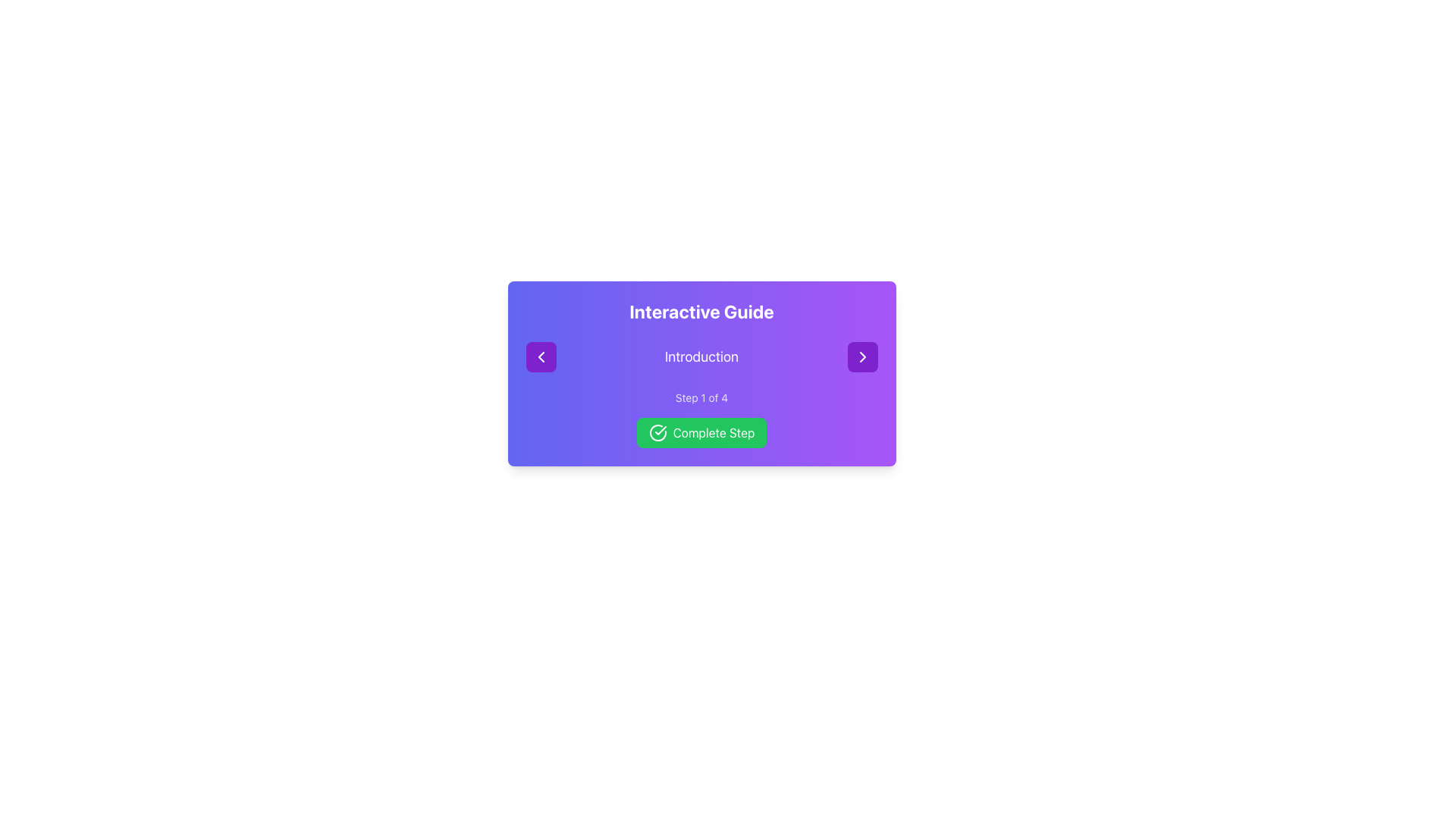  What do you see at coordinates (862, 356) in the screenshot?
I see `the right navigation arrow within the button-like structure located in the top-right section of the purple card interface` at bounding box center [862, 356].